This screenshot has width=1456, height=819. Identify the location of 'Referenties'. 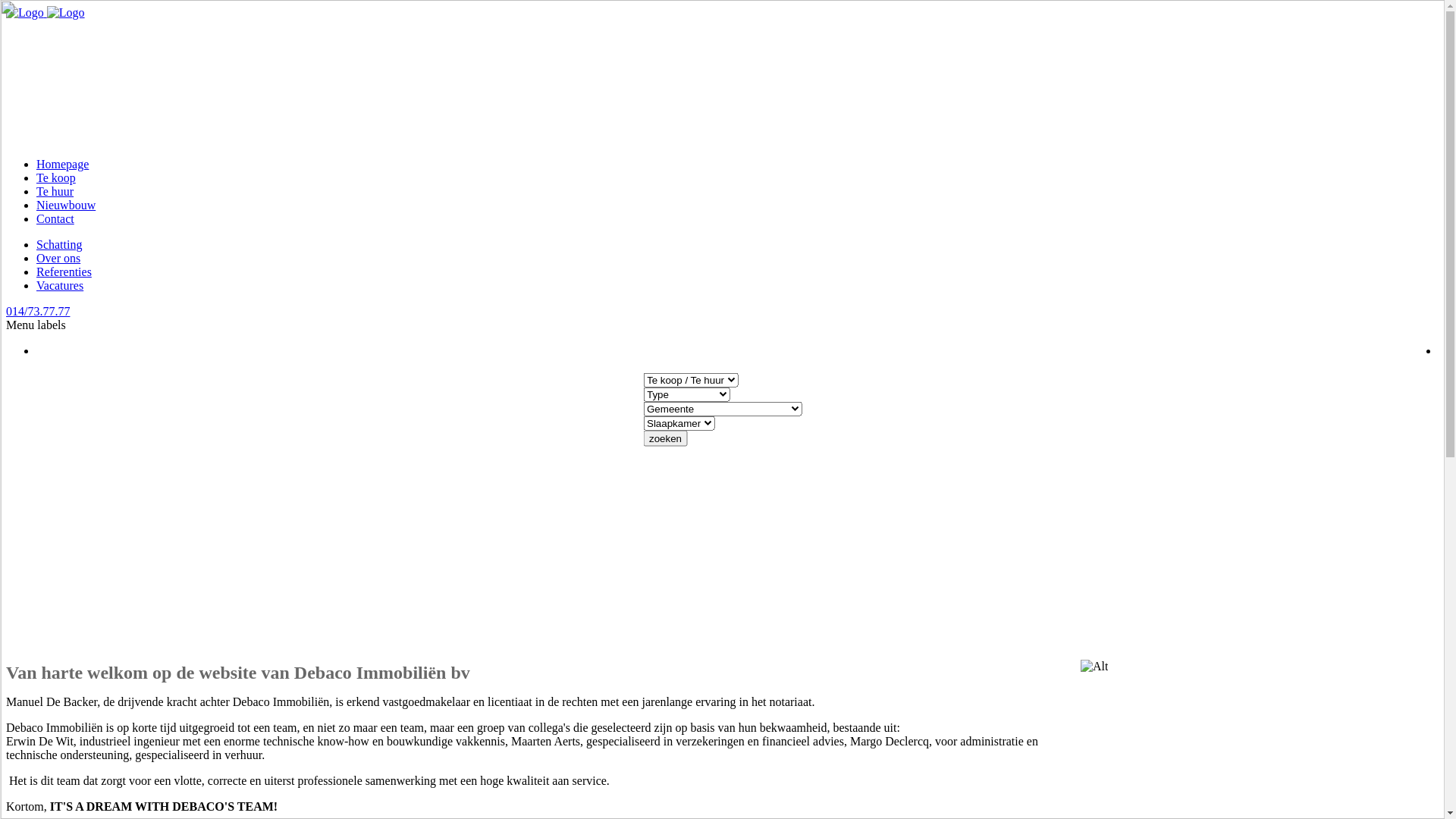
(63, 271).